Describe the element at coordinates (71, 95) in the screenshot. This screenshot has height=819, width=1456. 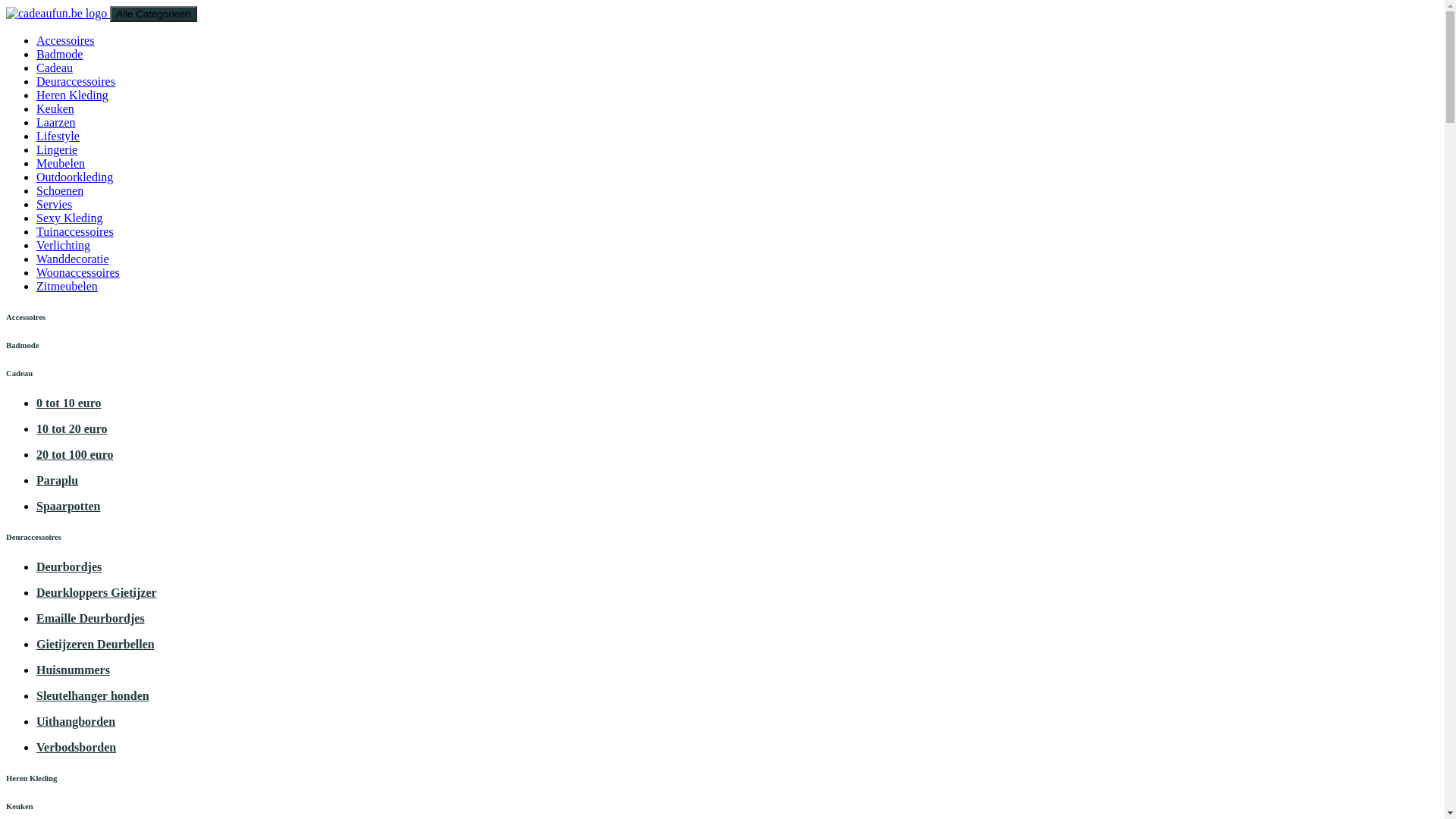
I see `'Heren Kleding'` at that location.